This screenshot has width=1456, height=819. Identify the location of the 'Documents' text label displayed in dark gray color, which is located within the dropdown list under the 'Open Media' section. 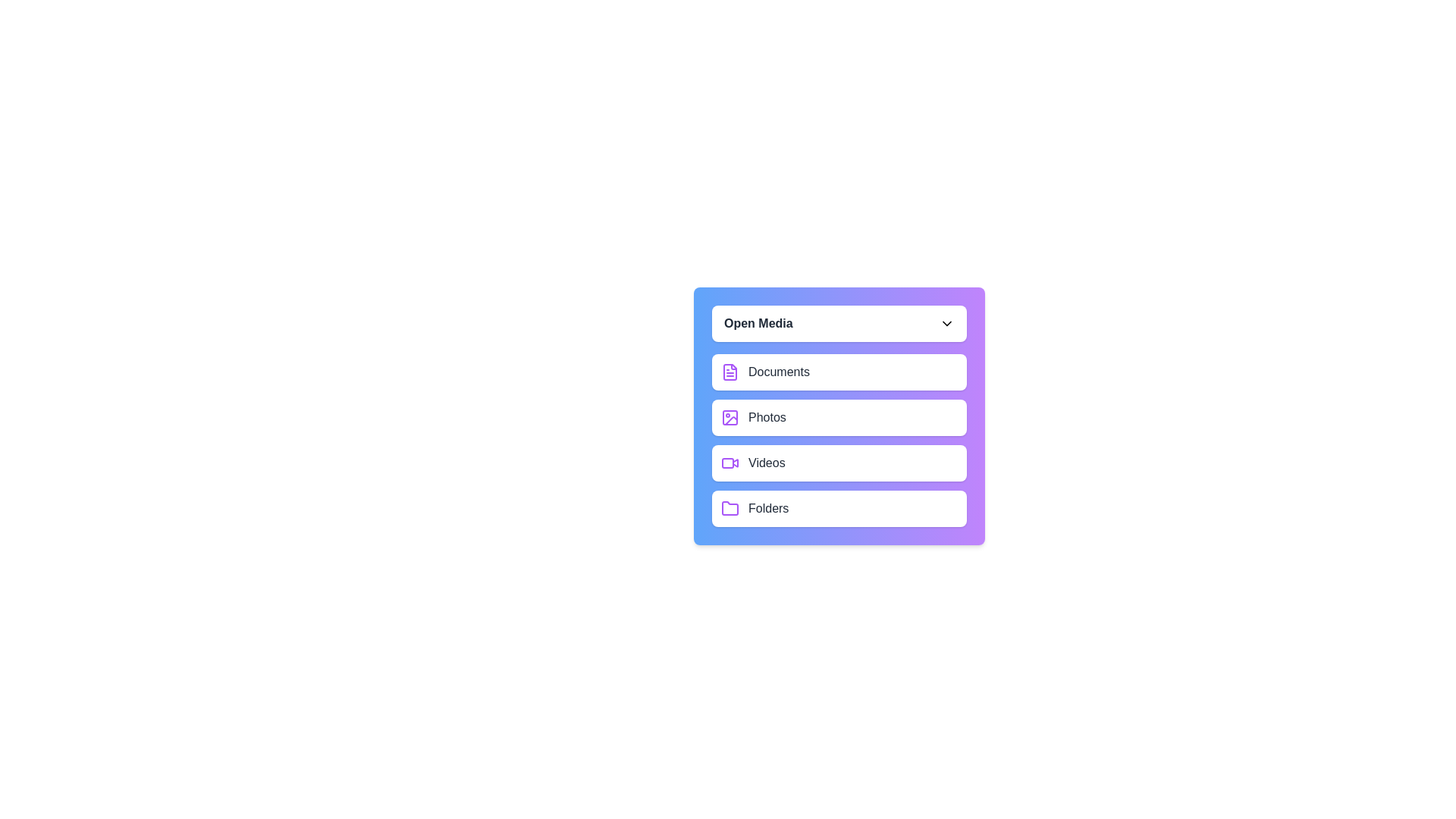
(779, 372).